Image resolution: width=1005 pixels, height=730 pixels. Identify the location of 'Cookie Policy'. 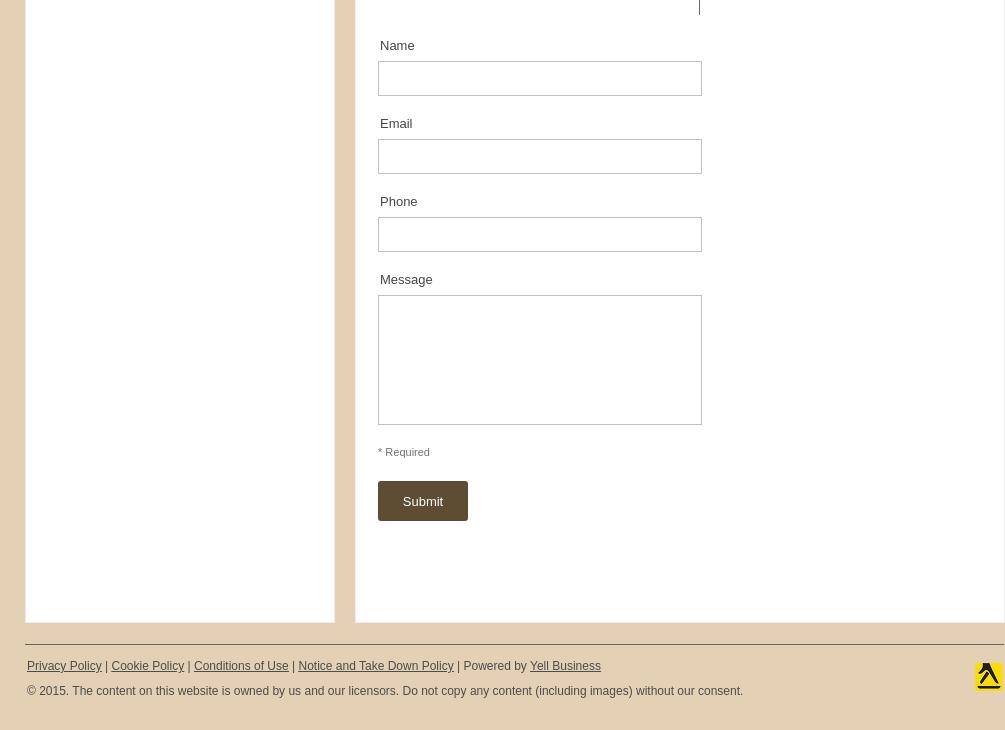
(147, 665).